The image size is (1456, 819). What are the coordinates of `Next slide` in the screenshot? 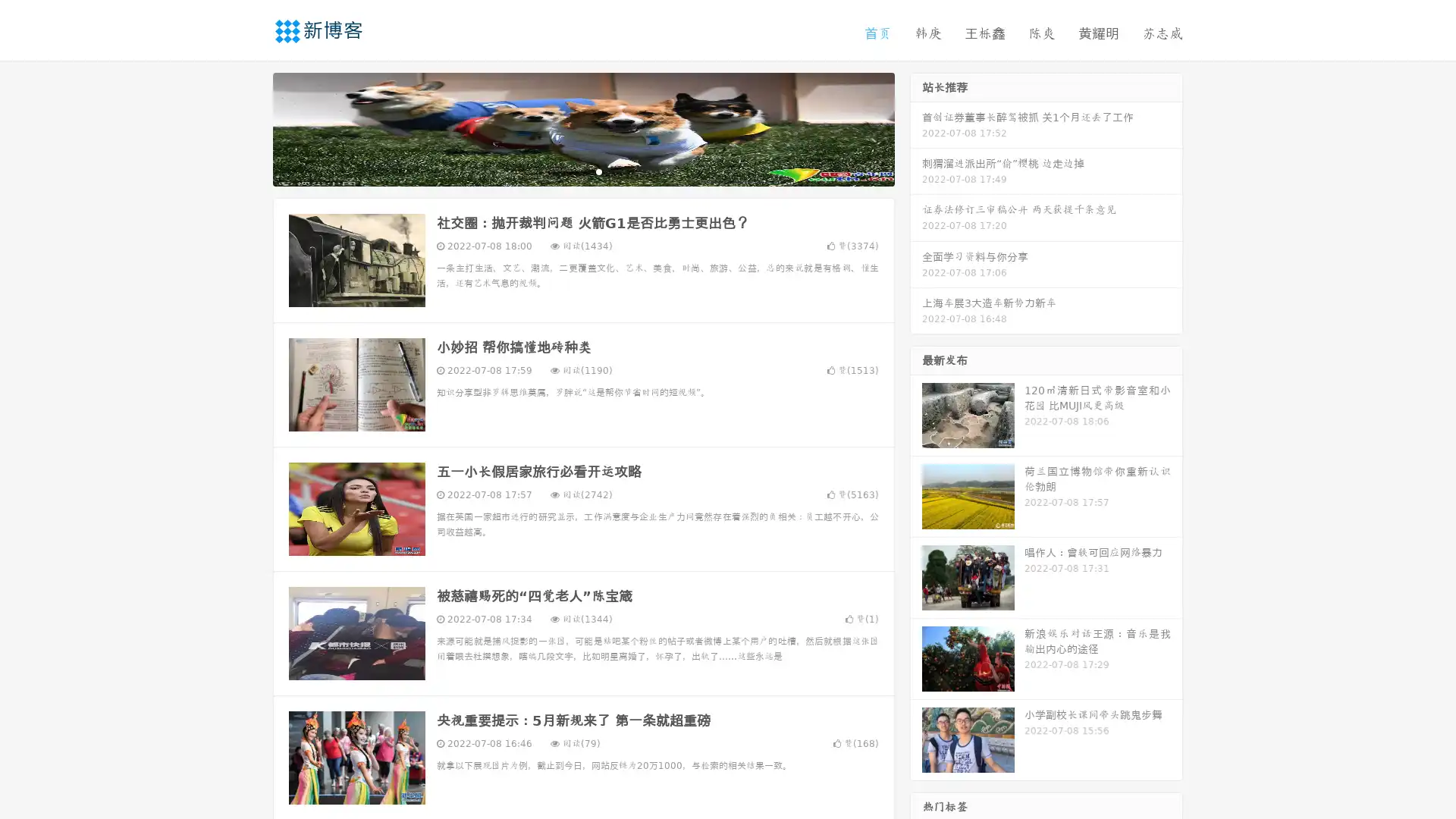 It's located at (916, 127).